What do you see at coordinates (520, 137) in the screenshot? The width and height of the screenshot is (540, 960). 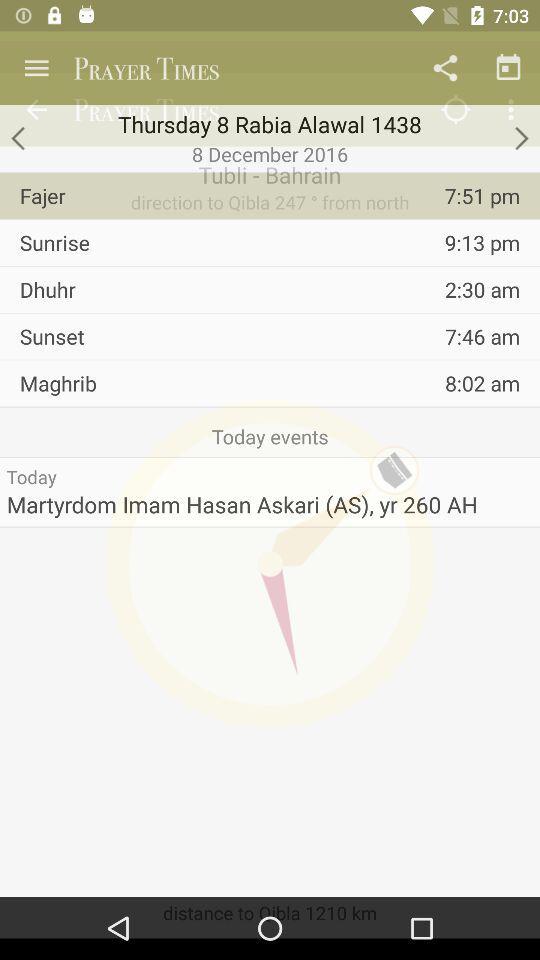 I see `next` at bounding box center [520, 137].